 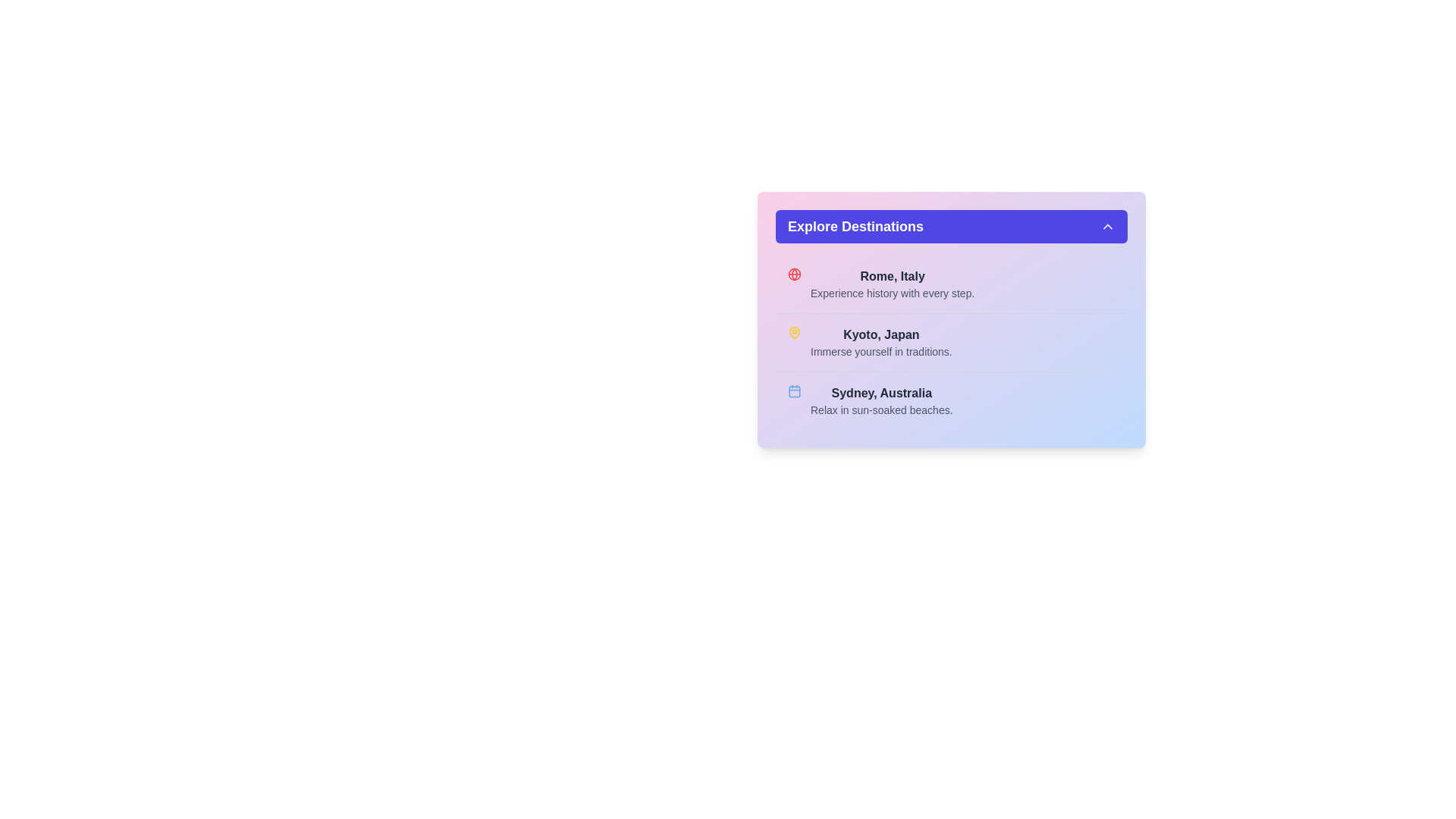 I want to click on the yellow map pin icon located to the left of the text 'Kyoto, Japan' in the second entry of the destination list, so click(x=793, y=342).